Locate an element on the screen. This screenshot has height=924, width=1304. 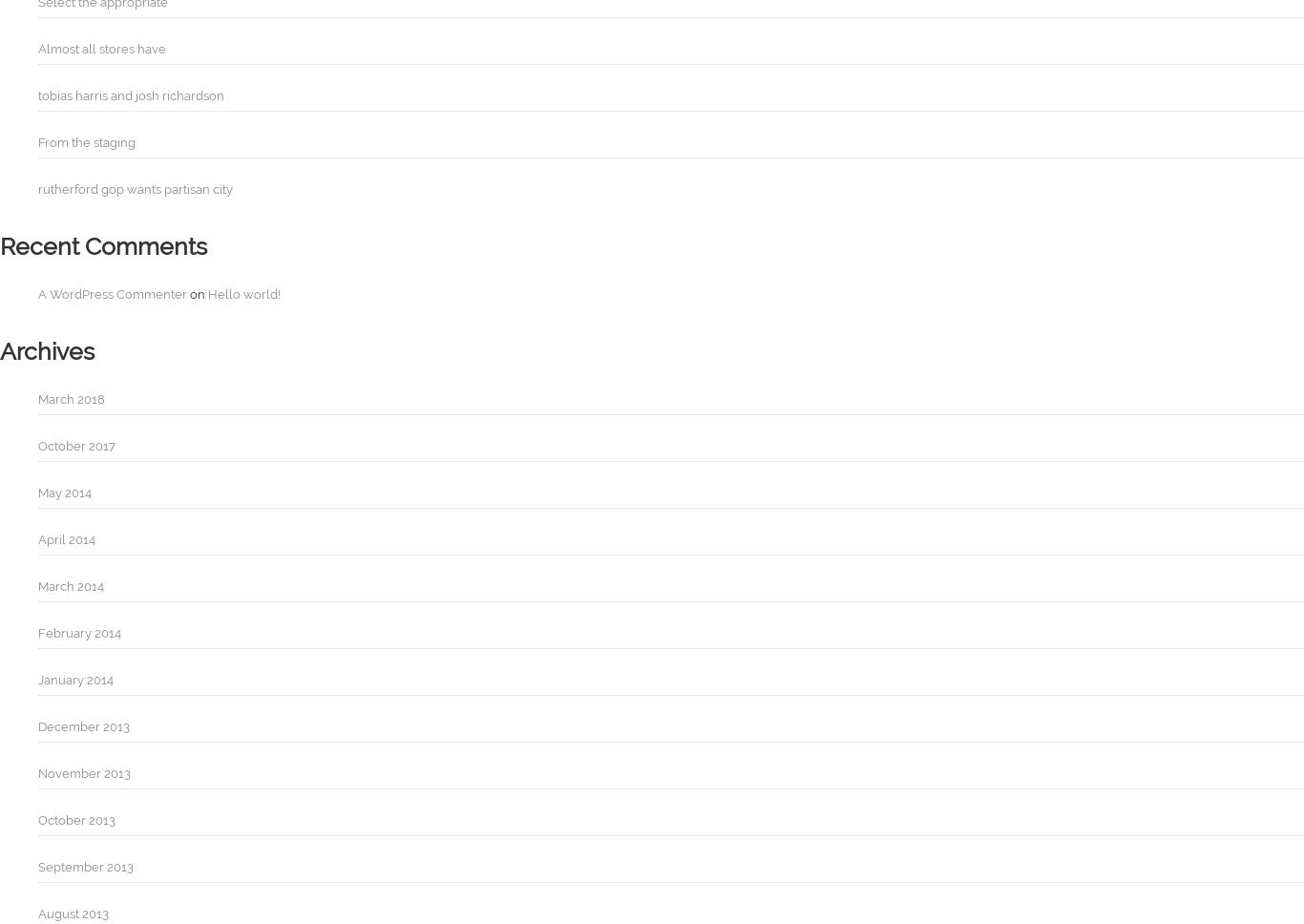
'September 2013' is located at coordinates (86, 867).